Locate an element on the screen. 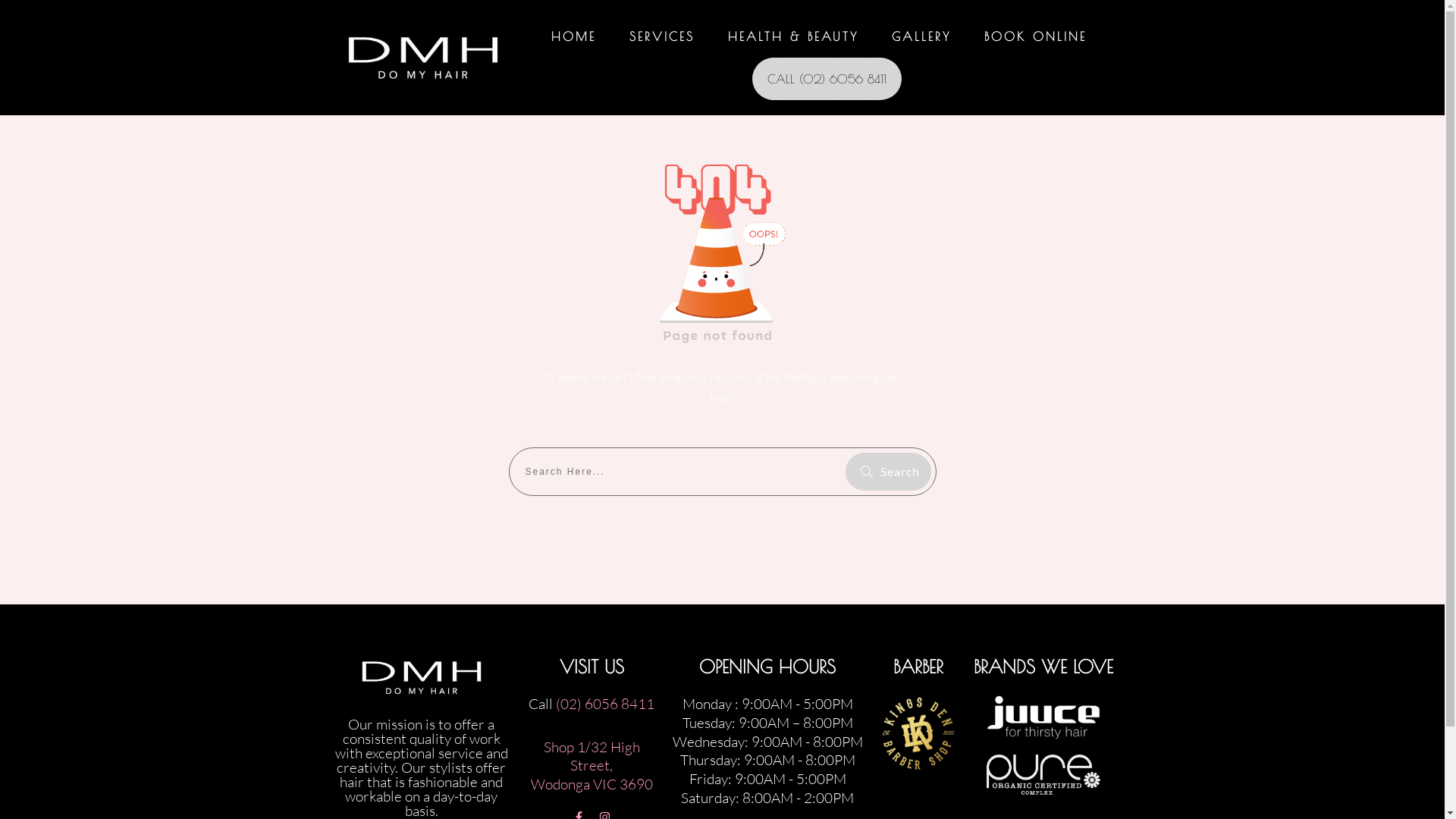  'GALLERY' is located at coordinates (892, 35).